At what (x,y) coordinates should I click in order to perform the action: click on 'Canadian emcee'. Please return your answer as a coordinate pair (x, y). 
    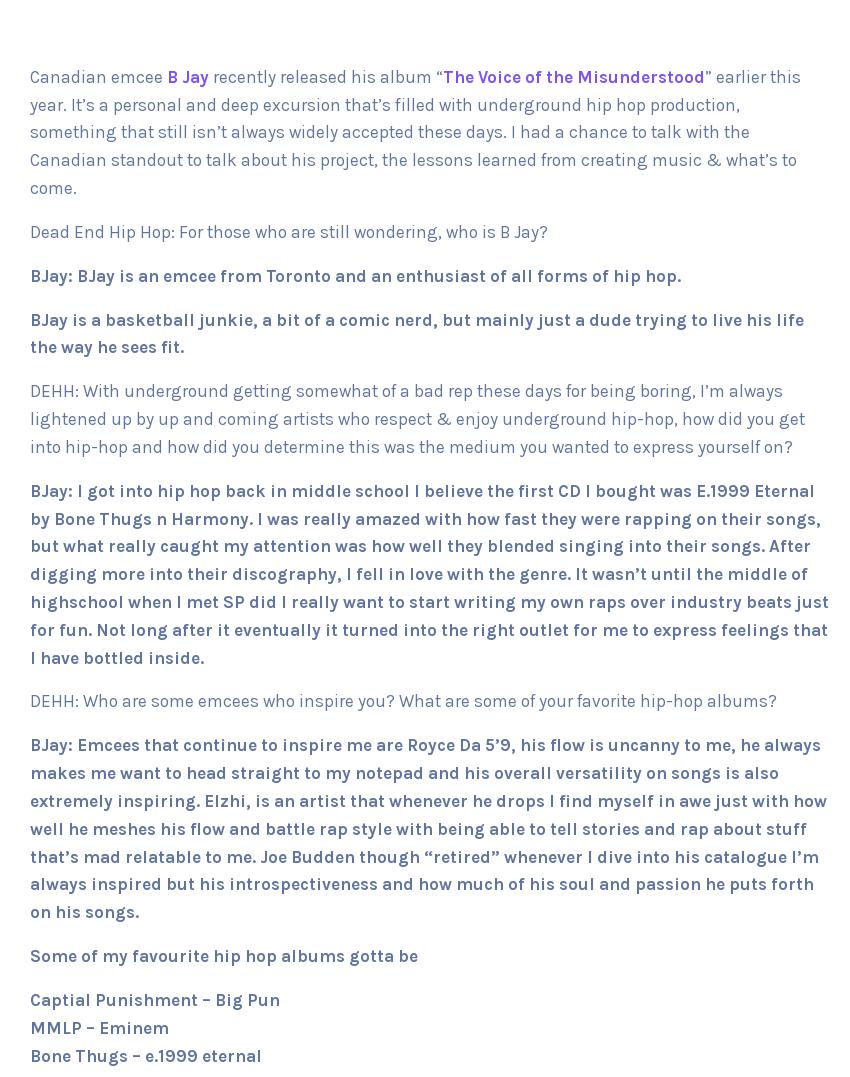
    Looking at the image, I should click on (29, 76).